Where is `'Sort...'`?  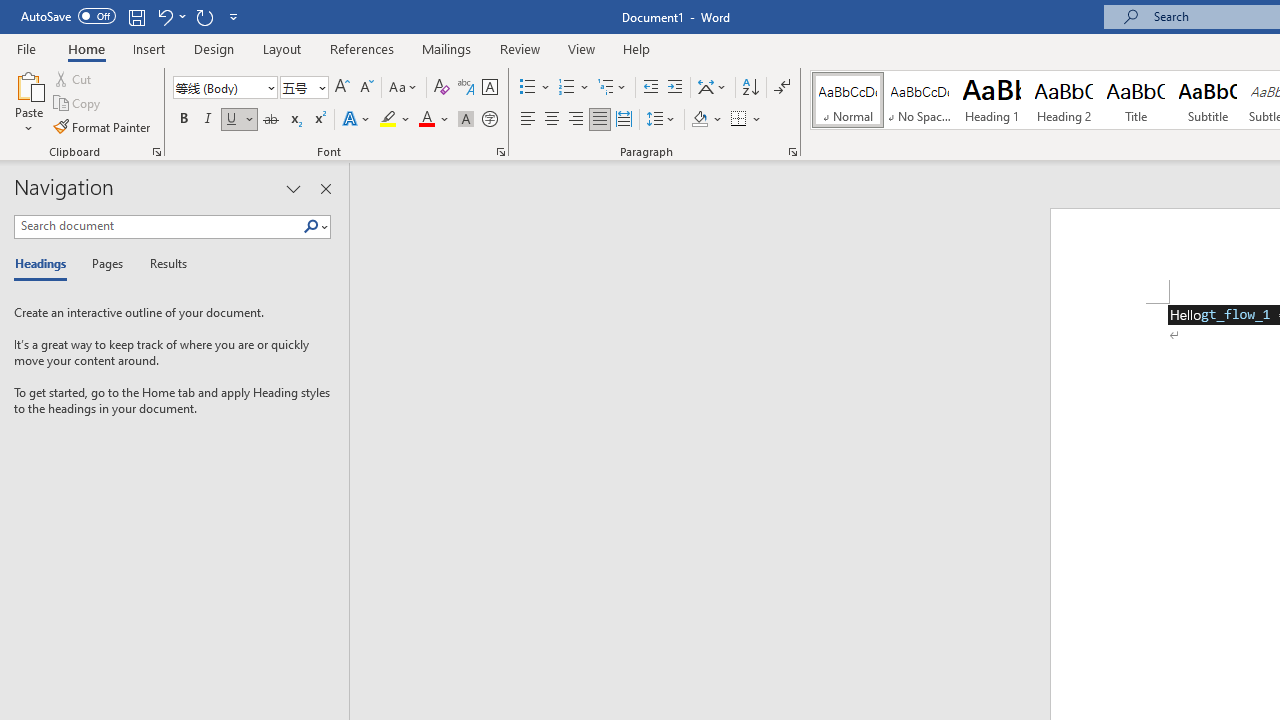 'Sort...' is located at coordinates (749, 86).